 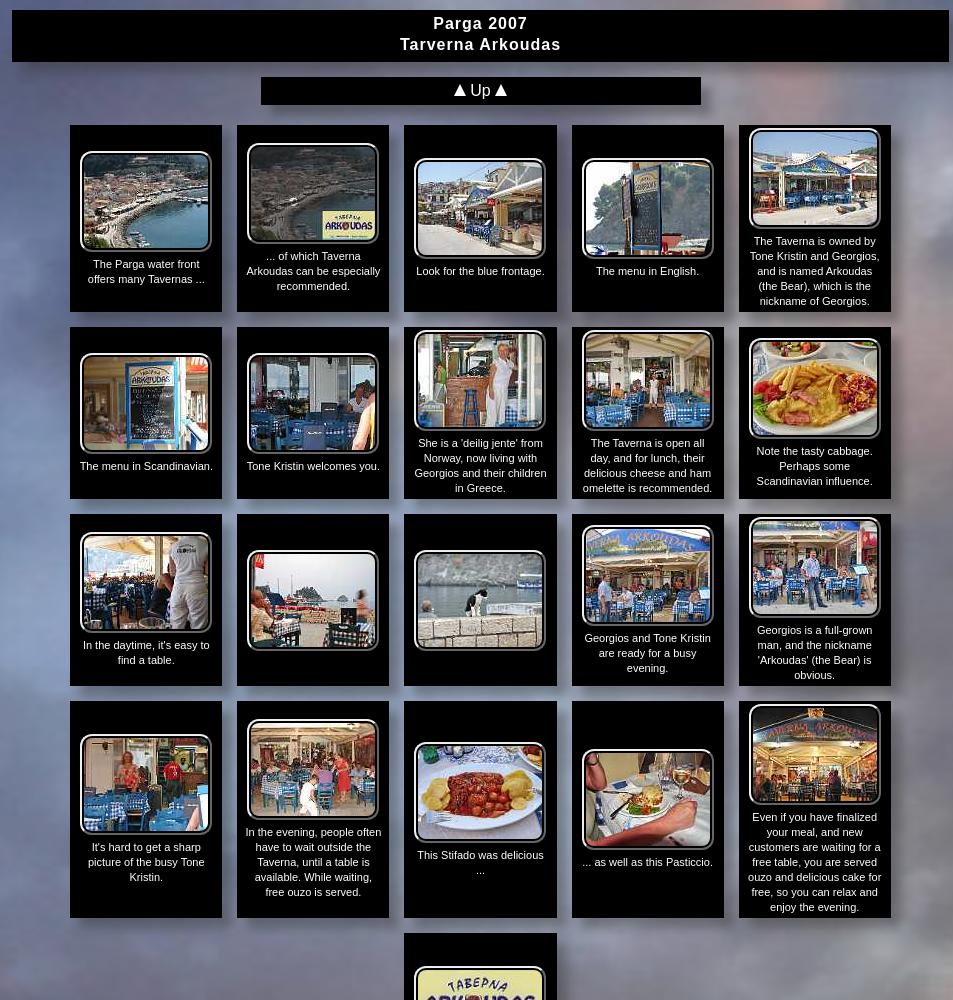 I want to click on 'In the evening, people often have to wait outside the Taverna, until a table is available. While waiting, free ouzo is served.', so click(x=311, y=861).